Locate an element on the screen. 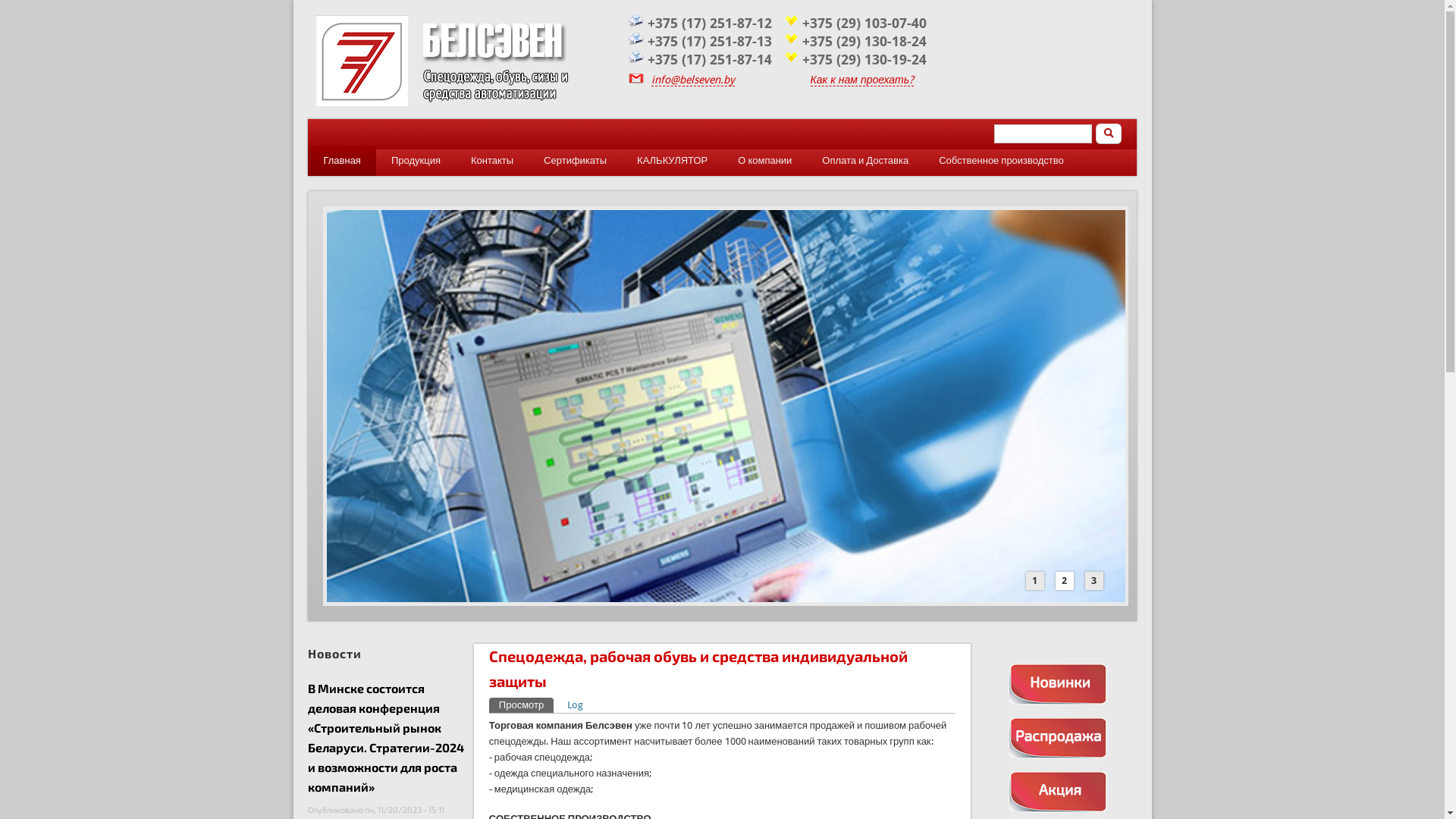 This screenshot has height=819, width=1456. '2' is located at coordinates (1055, 580).